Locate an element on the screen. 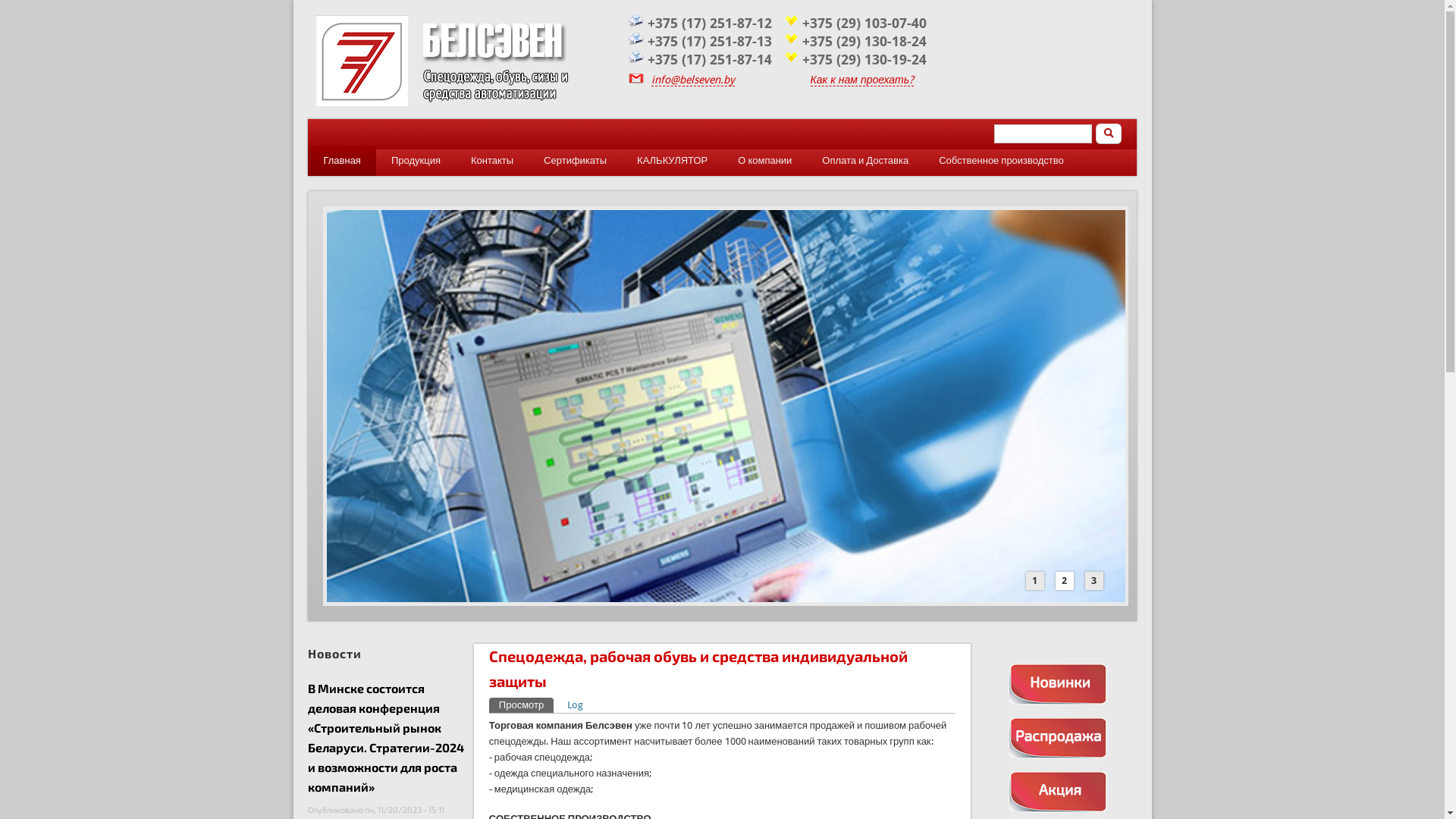 This screenshot has height=819, width=1456. '2' is located at coordinates (1055, 580).